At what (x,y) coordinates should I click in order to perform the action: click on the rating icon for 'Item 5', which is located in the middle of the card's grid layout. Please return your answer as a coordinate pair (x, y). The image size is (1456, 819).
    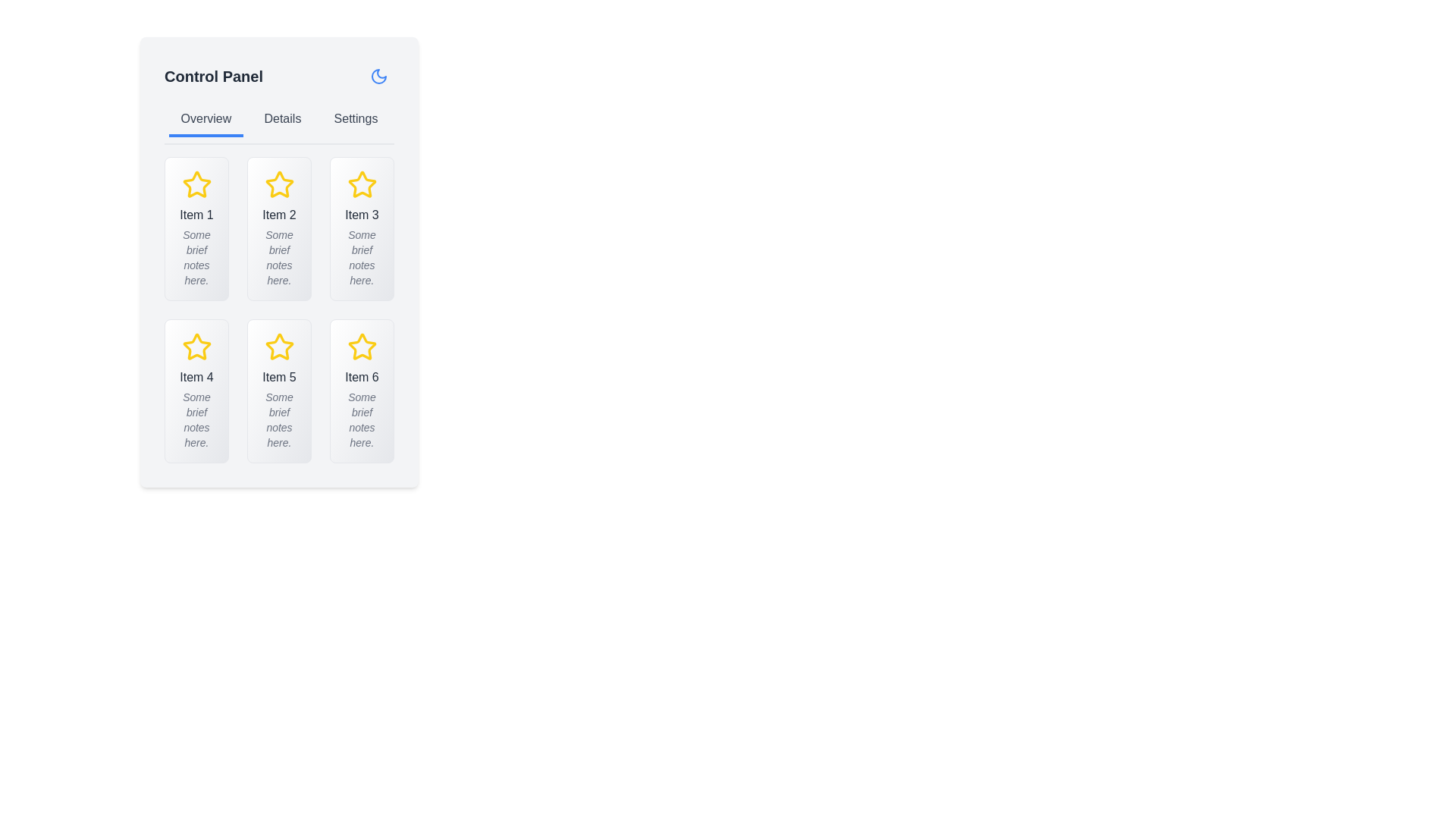
    Looking at the image, I should click on (279, 347).